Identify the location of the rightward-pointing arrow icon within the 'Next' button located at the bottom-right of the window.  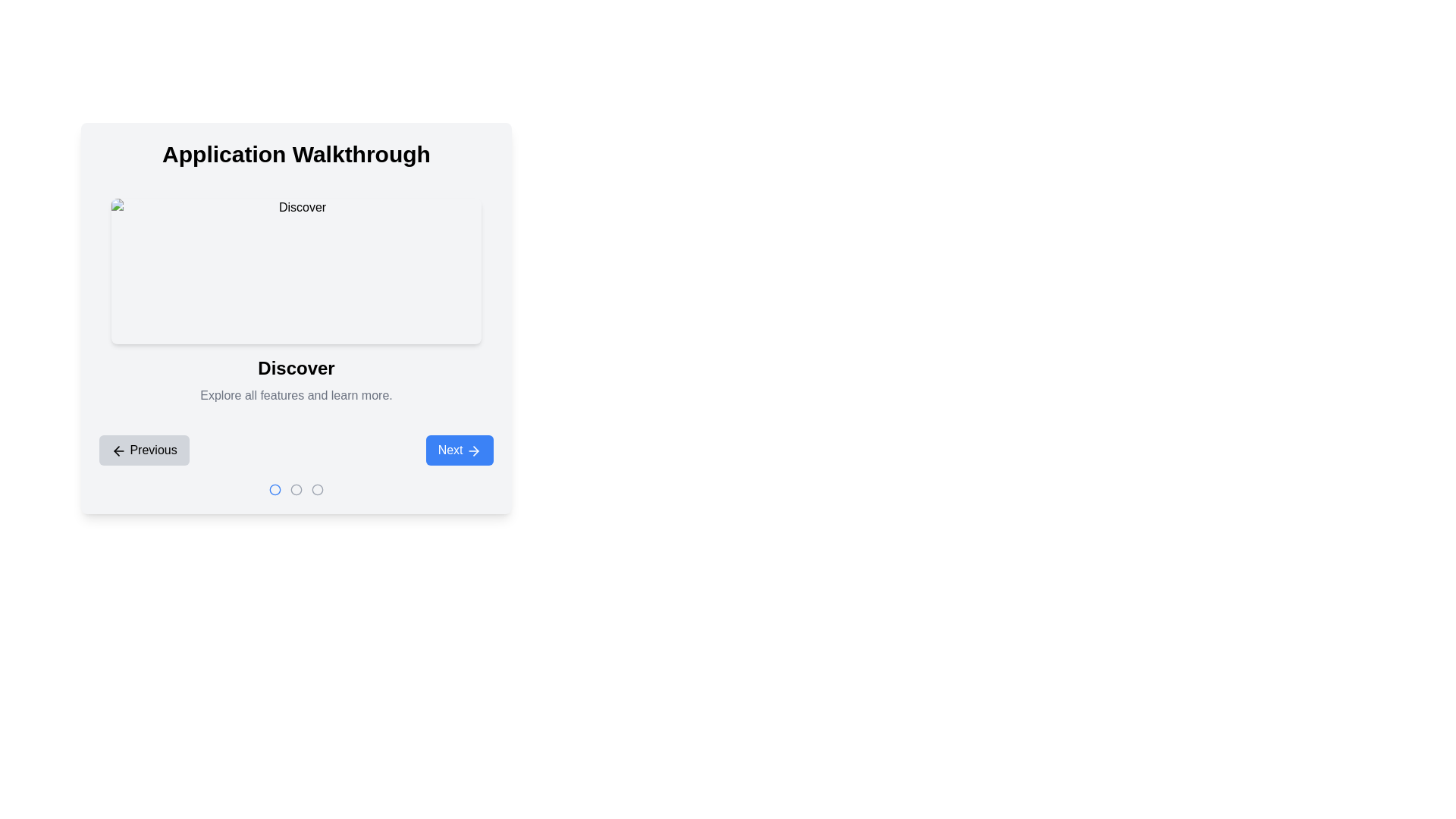
(475, 450).